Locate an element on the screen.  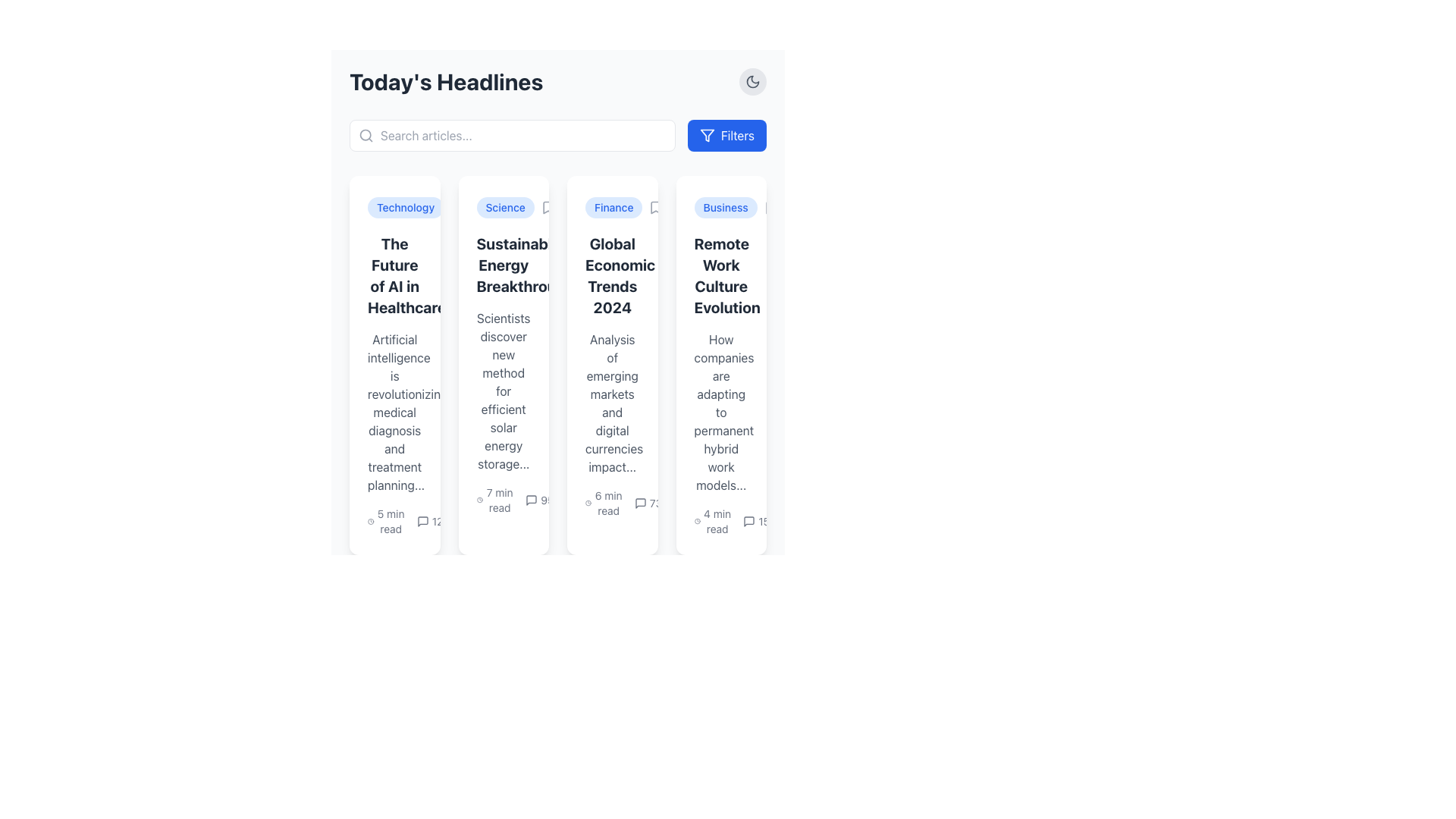
the Engagement metrics display that shows '2.4k' and '342' with eye and thumbs-up icons is located at coordinates (491, 520).